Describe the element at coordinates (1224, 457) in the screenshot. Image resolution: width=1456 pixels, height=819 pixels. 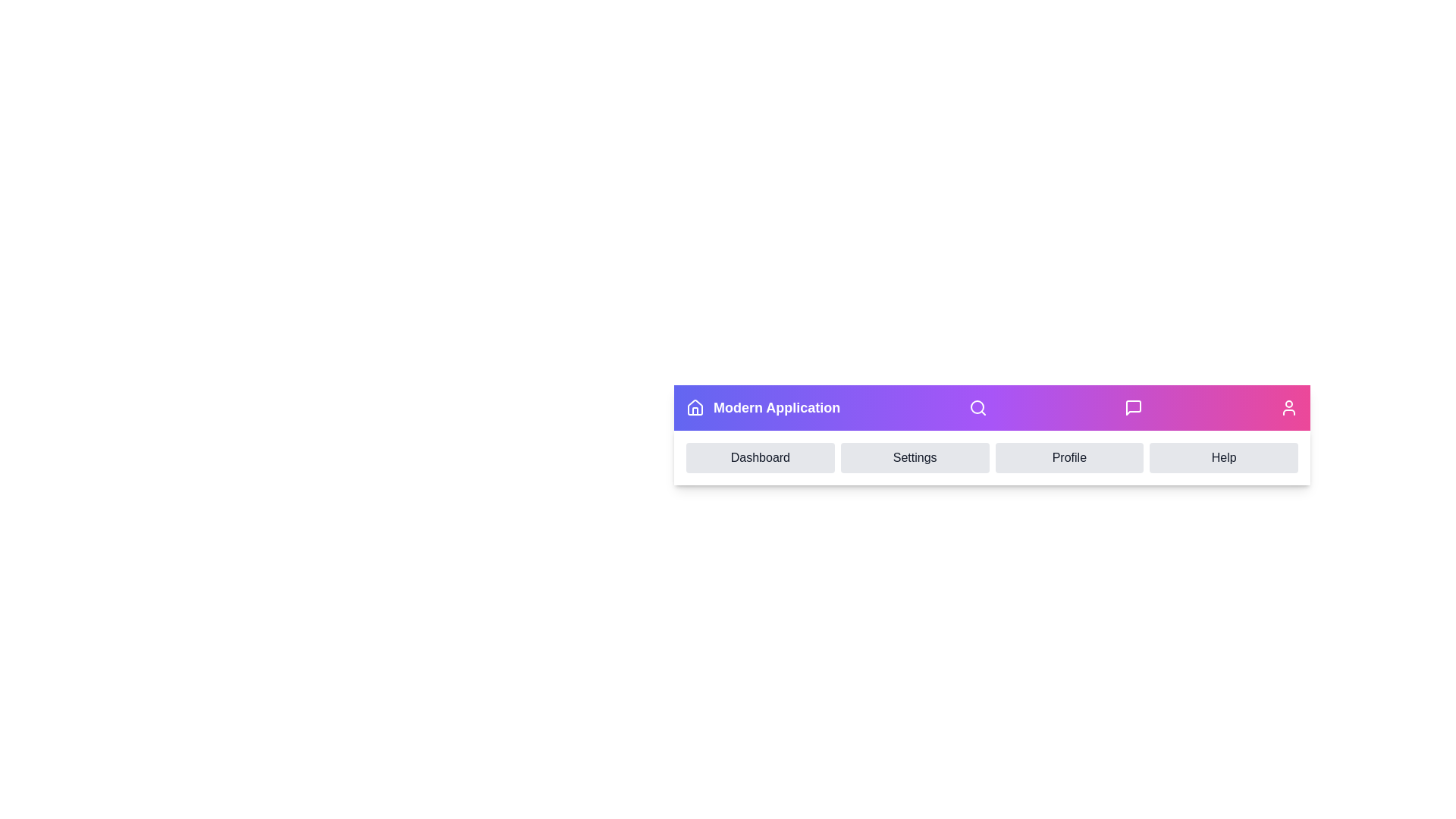
I see `the menu item Help to observe its hover effect` at that location.